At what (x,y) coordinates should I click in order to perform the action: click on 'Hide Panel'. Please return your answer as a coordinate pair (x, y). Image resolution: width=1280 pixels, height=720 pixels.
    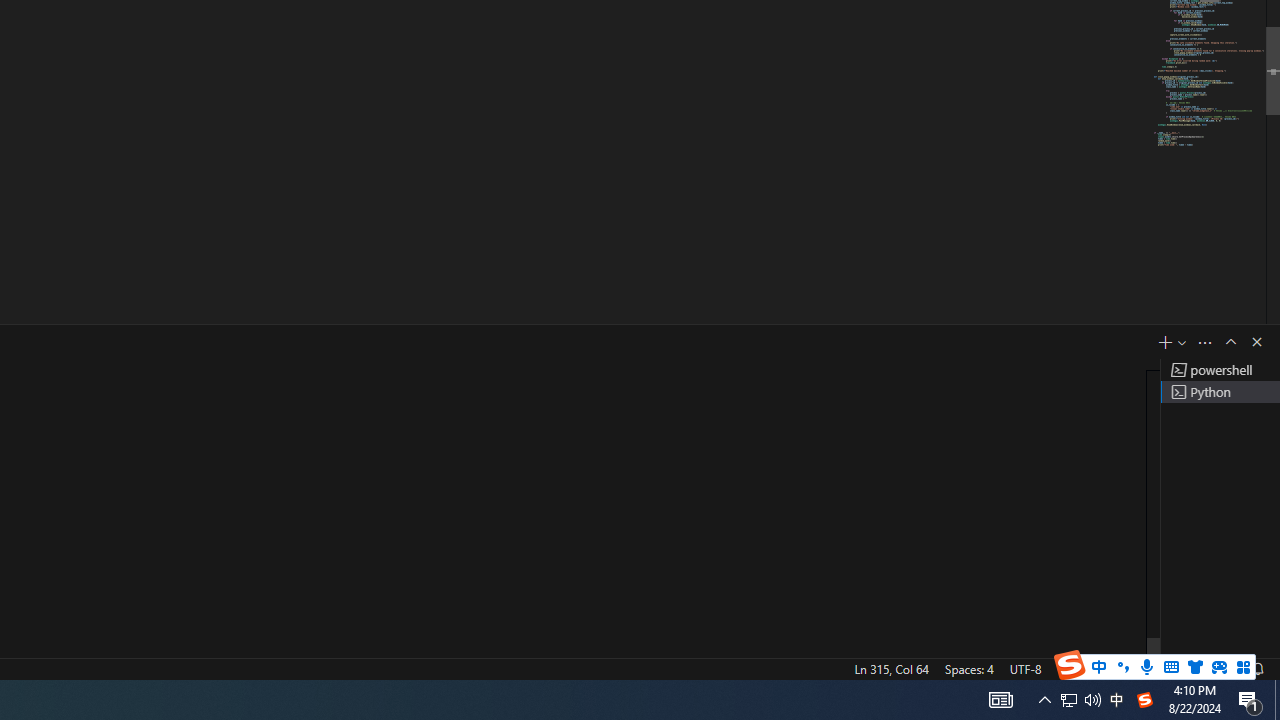
    Looking at the image, I should click on (1255, 341).